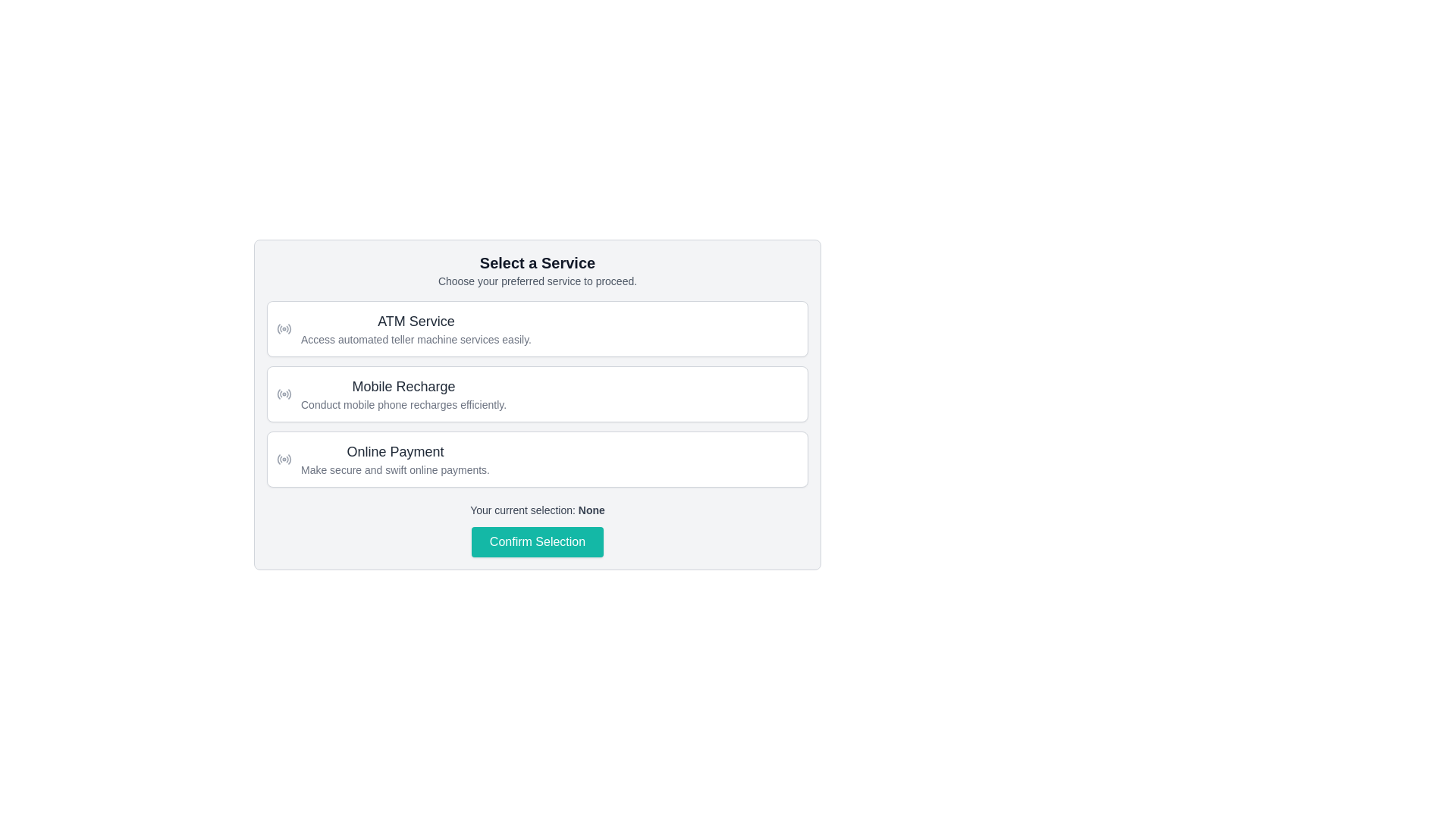 The image size is (1456, 819). Describe the element at coordinates (395, 451) in the screenshot. I see `the prominently styled text element displaying 'Online Payment', which is centrally aligned at the top of its section` at that location.